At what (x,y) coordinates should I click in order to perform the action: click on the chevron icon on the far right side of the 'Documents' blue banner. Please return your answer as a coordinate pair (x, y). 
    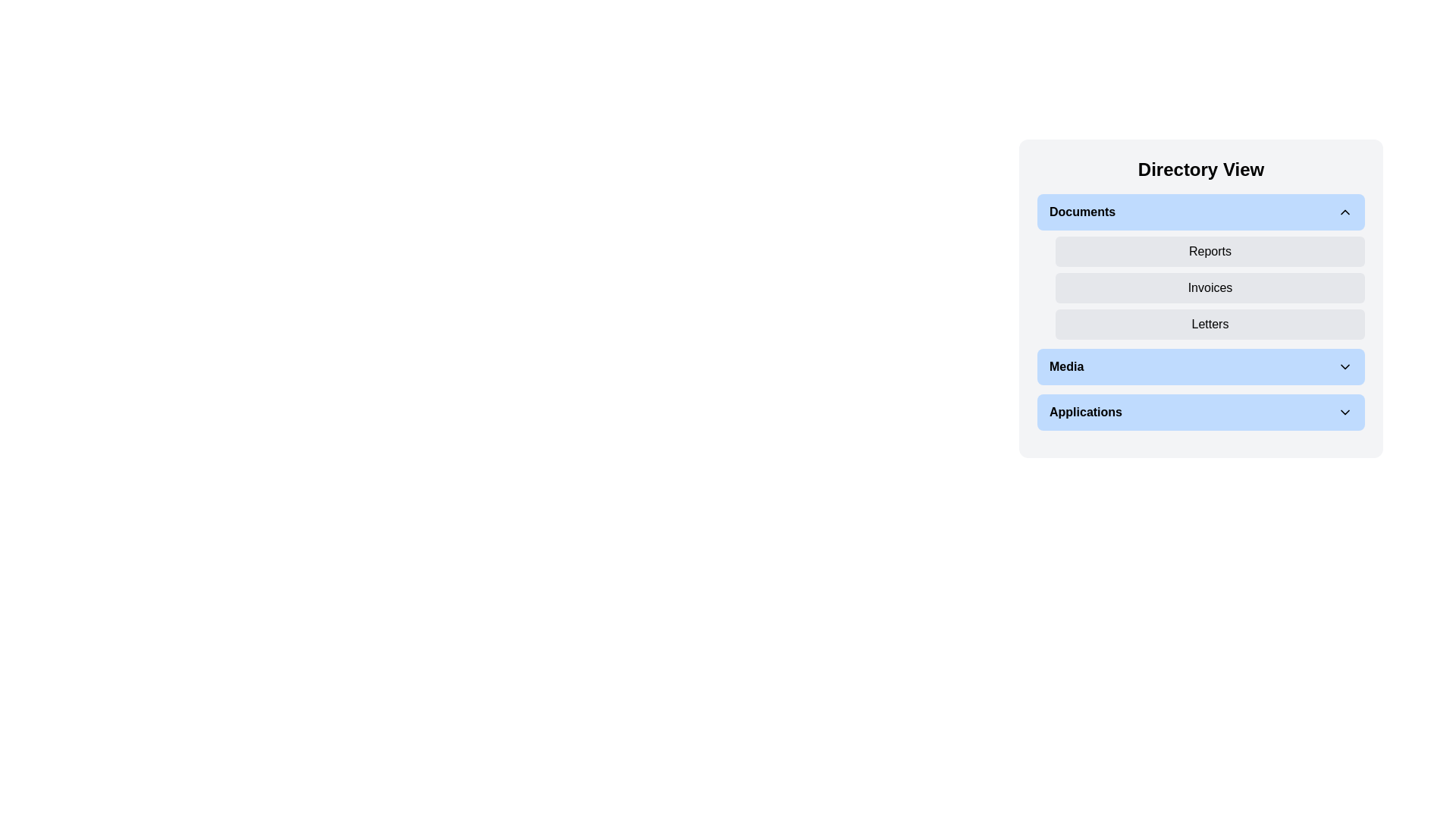
    Looking at the image, I should click on (1345, 212).